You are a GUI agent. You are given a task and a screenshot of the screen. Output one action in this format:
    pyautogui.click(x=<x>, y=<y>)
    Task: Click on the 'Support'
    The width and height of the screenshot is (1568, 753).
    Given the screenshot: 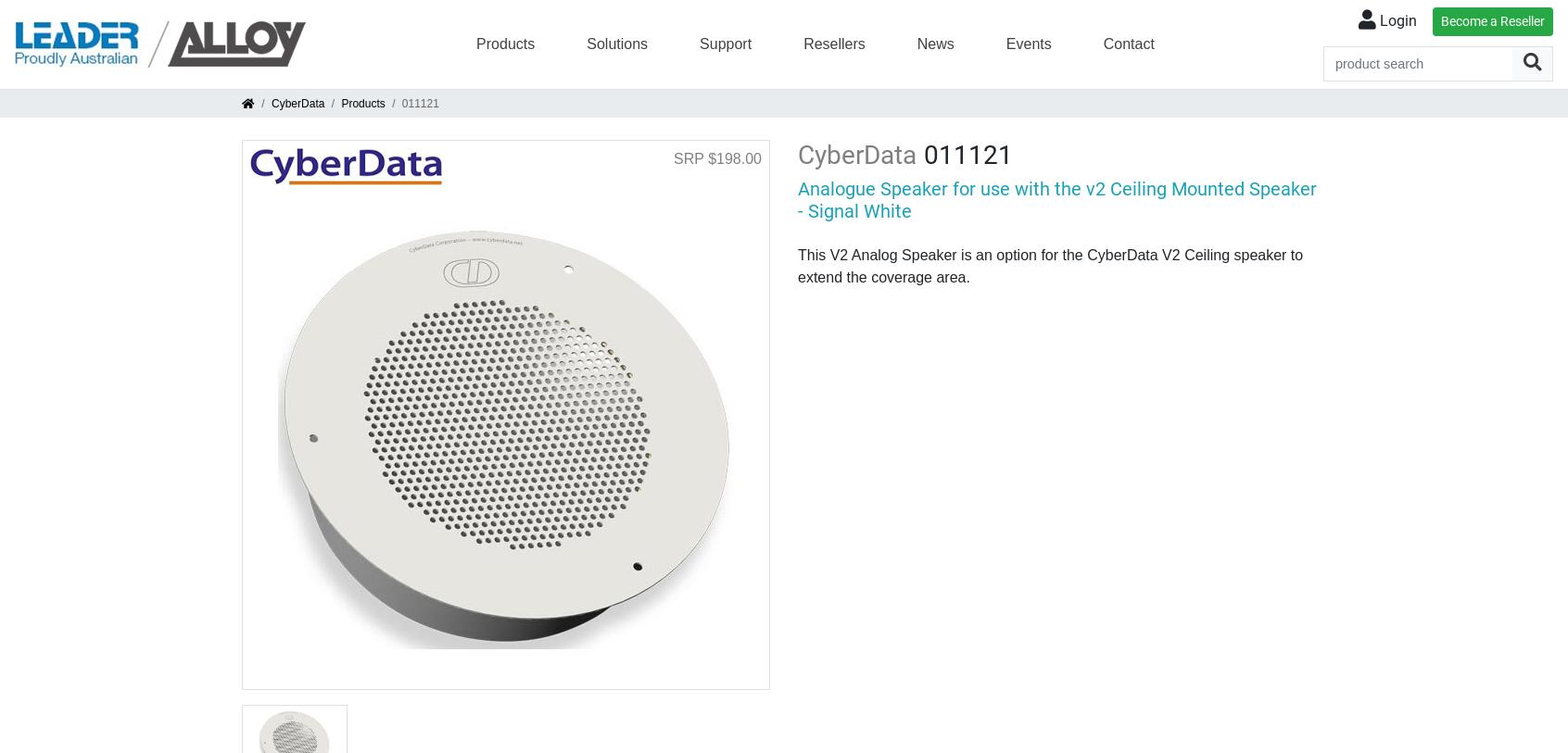 What is the action you would take?
    pyautogui.click(x=726, y=42)
    